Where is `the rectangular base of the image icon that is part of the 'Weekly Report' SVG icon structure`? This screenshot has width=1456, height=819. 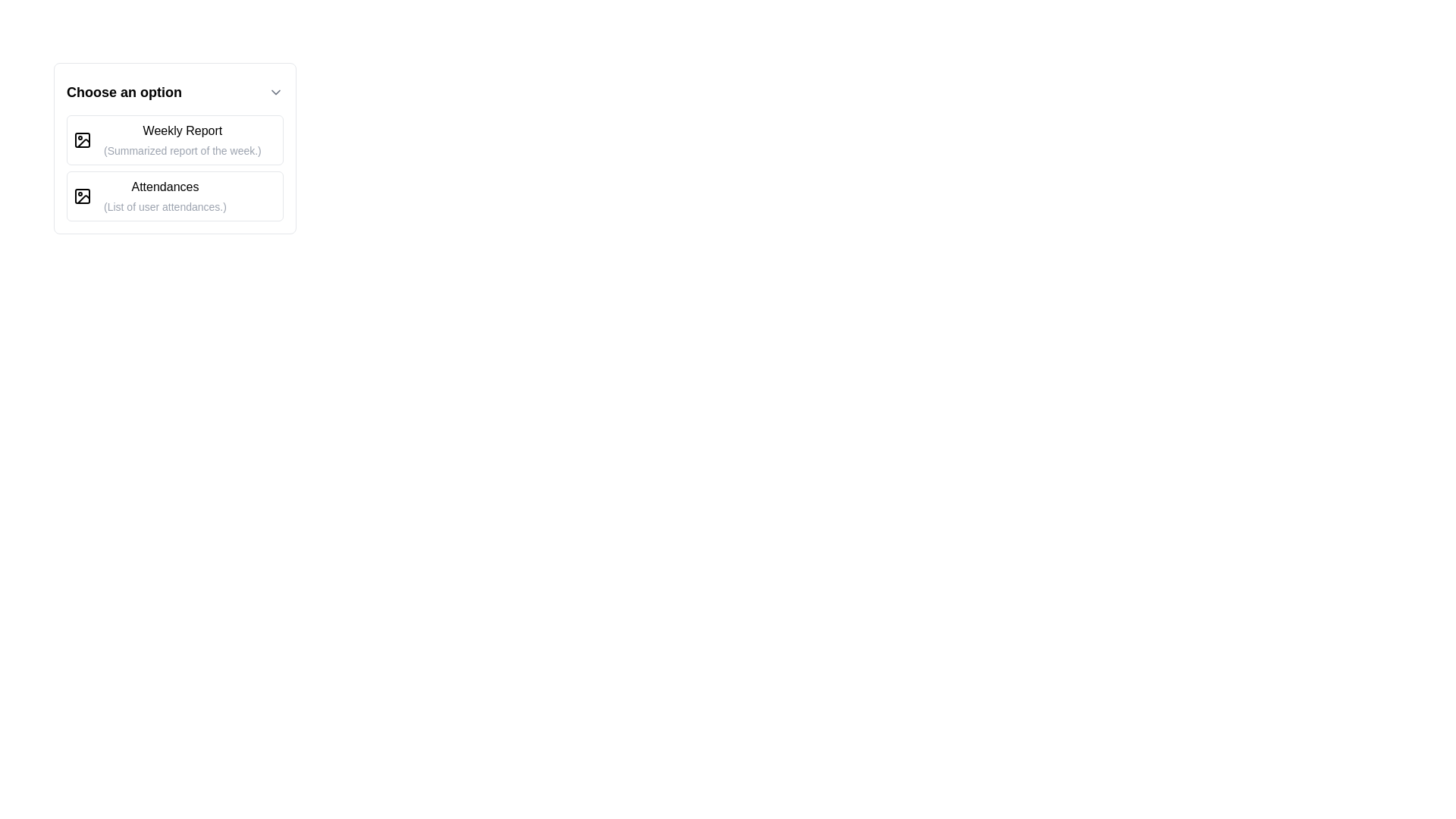 the rectangular base of the image icon that is part of the 'Weekly Report' SVG icon structure is located at coordinates (82, 140).